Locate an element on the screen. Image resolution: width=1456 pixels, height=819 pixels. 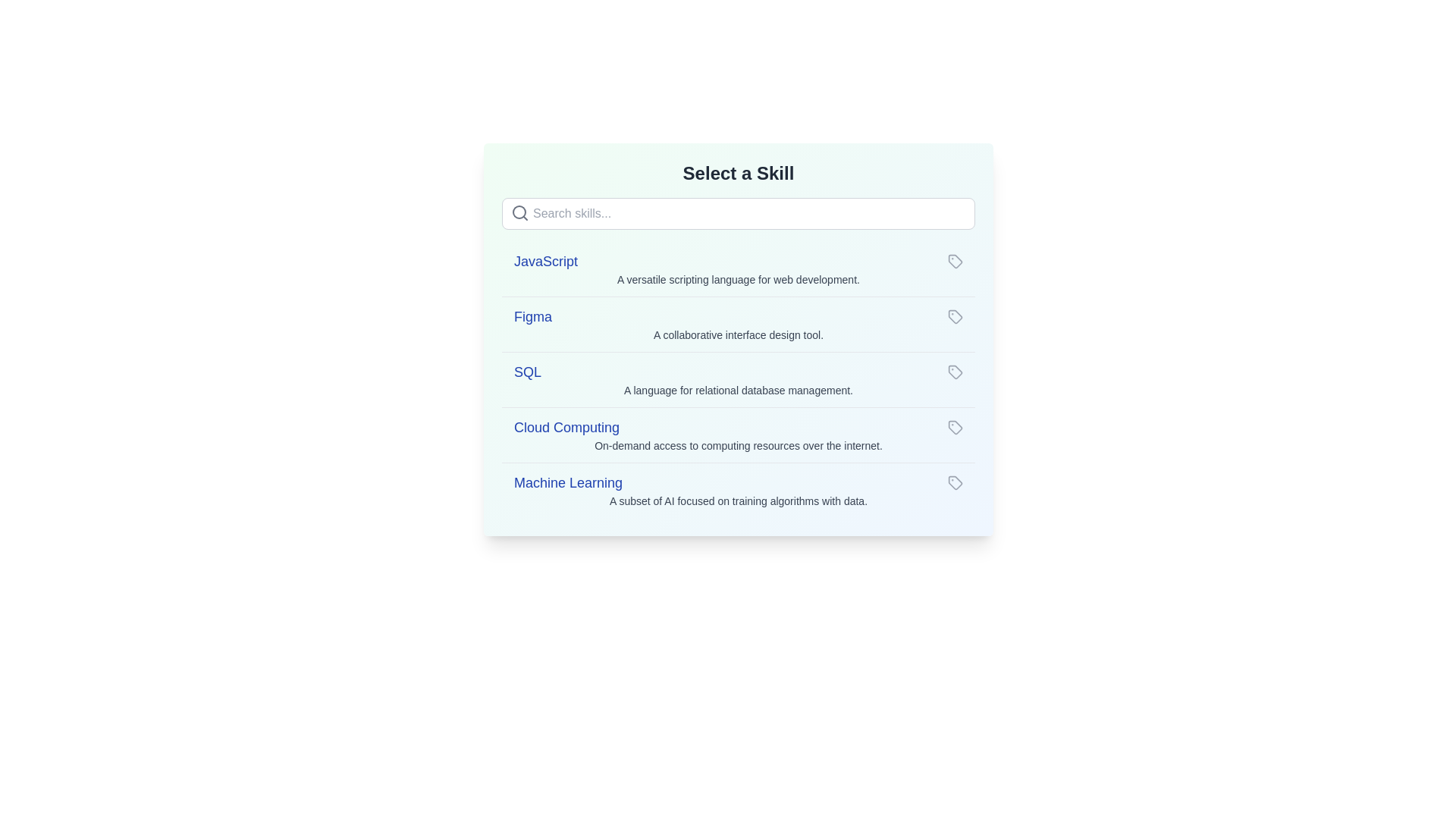
the text label providing a description of the 'SQL' skill, located directly beneath the bolded skill name 'SQL' is located at coordinates (739, 390).